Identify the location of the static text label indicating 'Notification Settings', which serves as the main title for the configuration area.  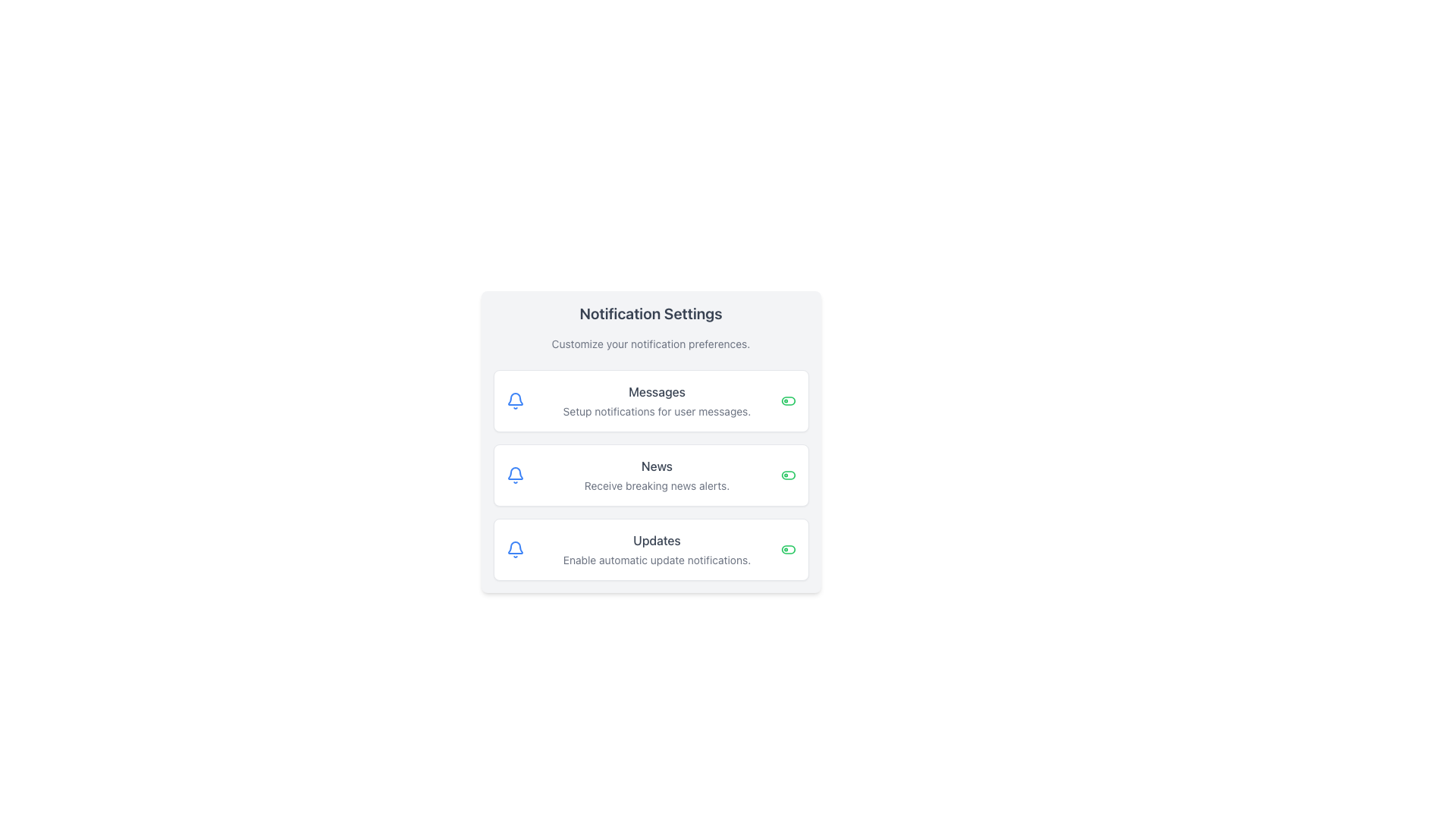
(651, 312).